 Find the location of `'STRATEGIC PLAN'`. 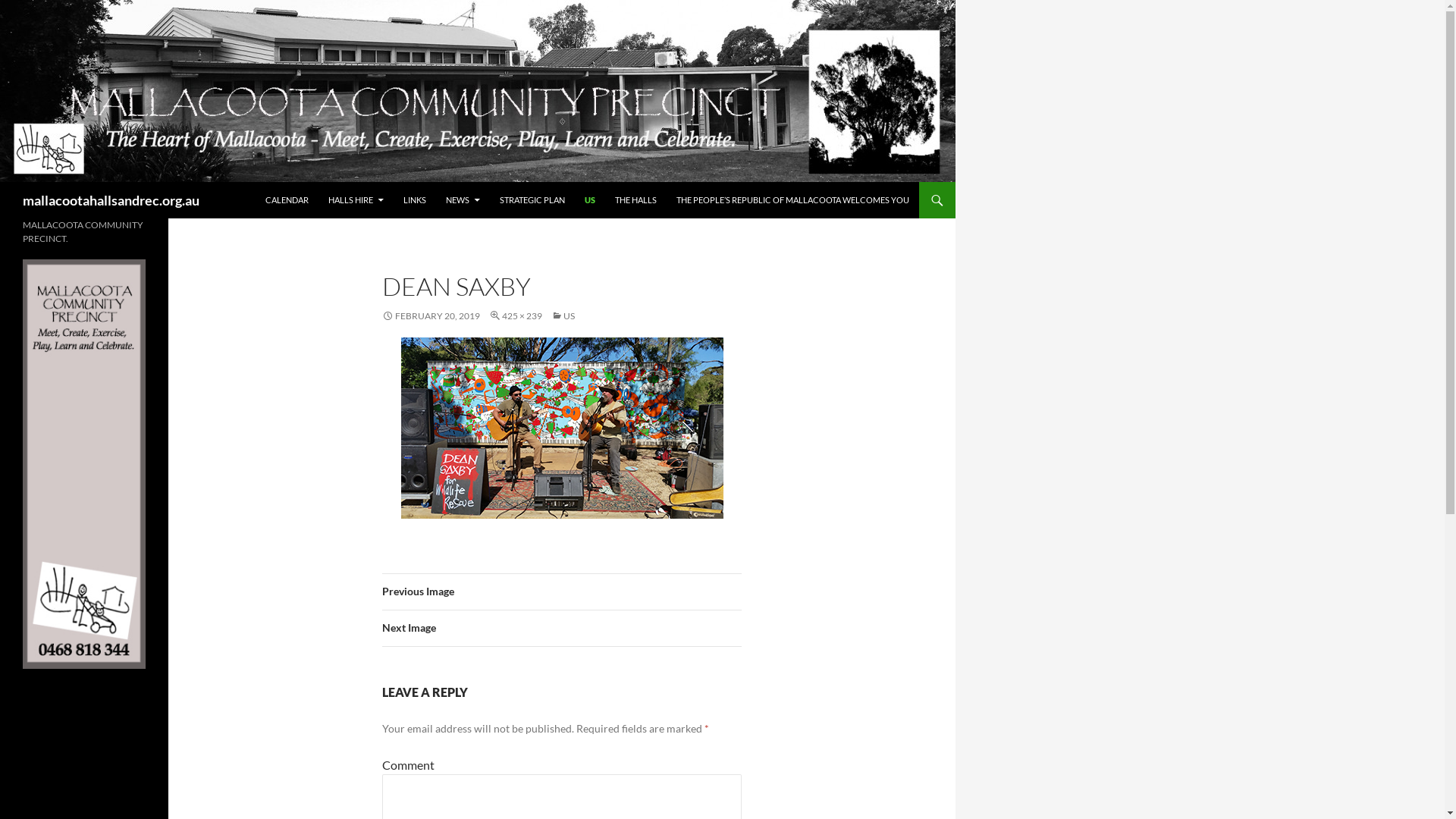

'STRATEGIC PLAN' is located at coordinates (532, 199).